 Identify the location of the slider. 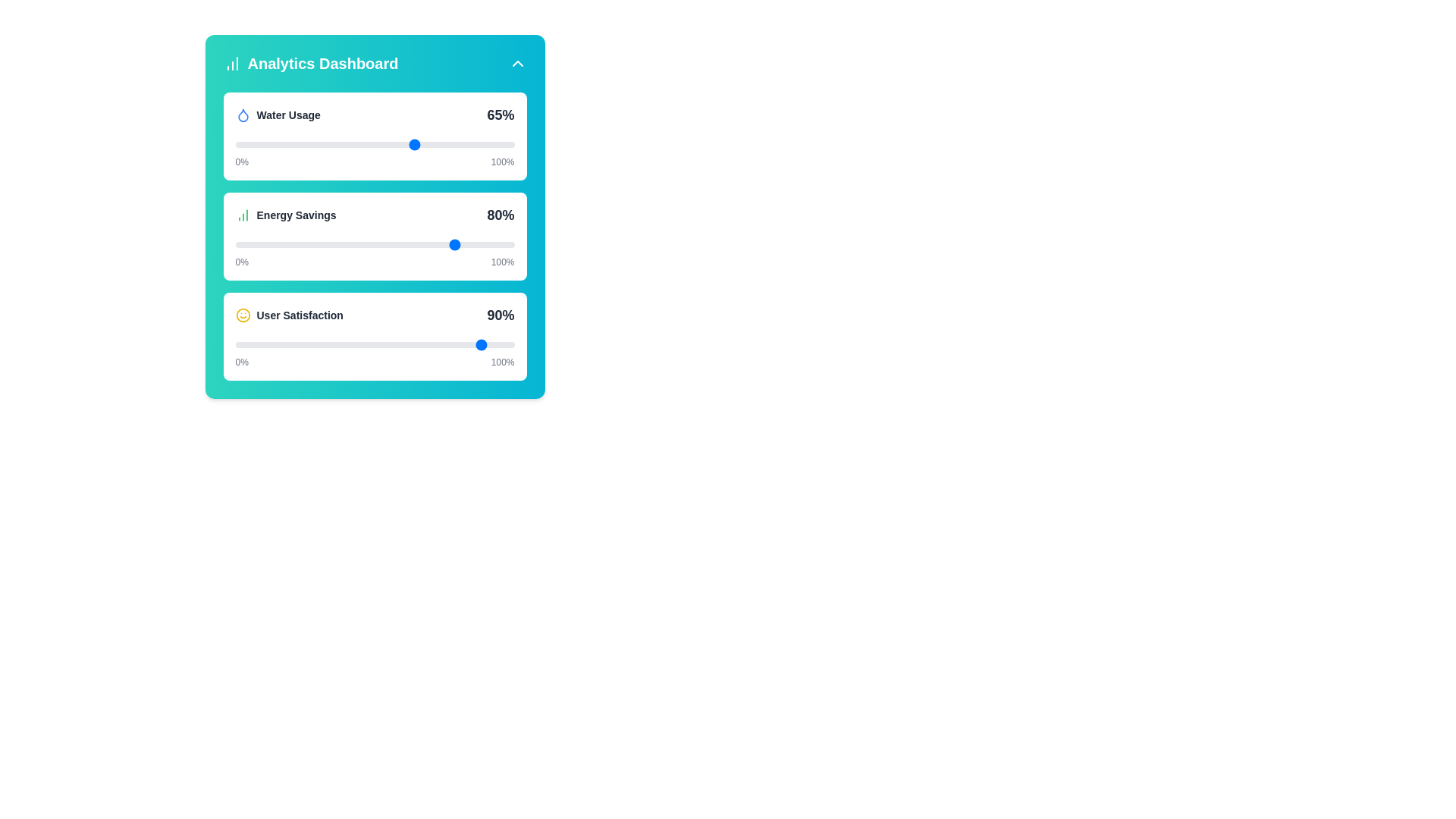
(263, 244).